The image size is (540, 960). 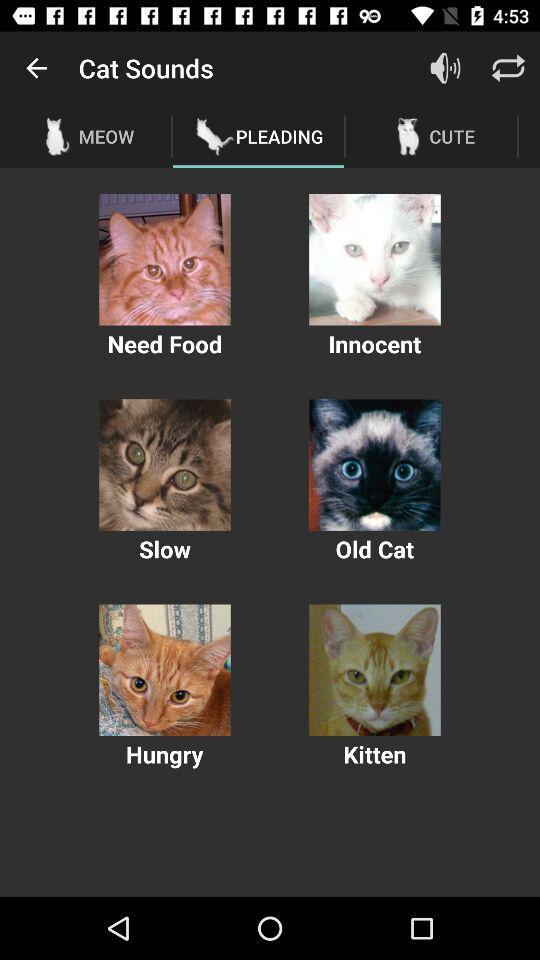 I want to click on on loop, so click(x=508, y=68).